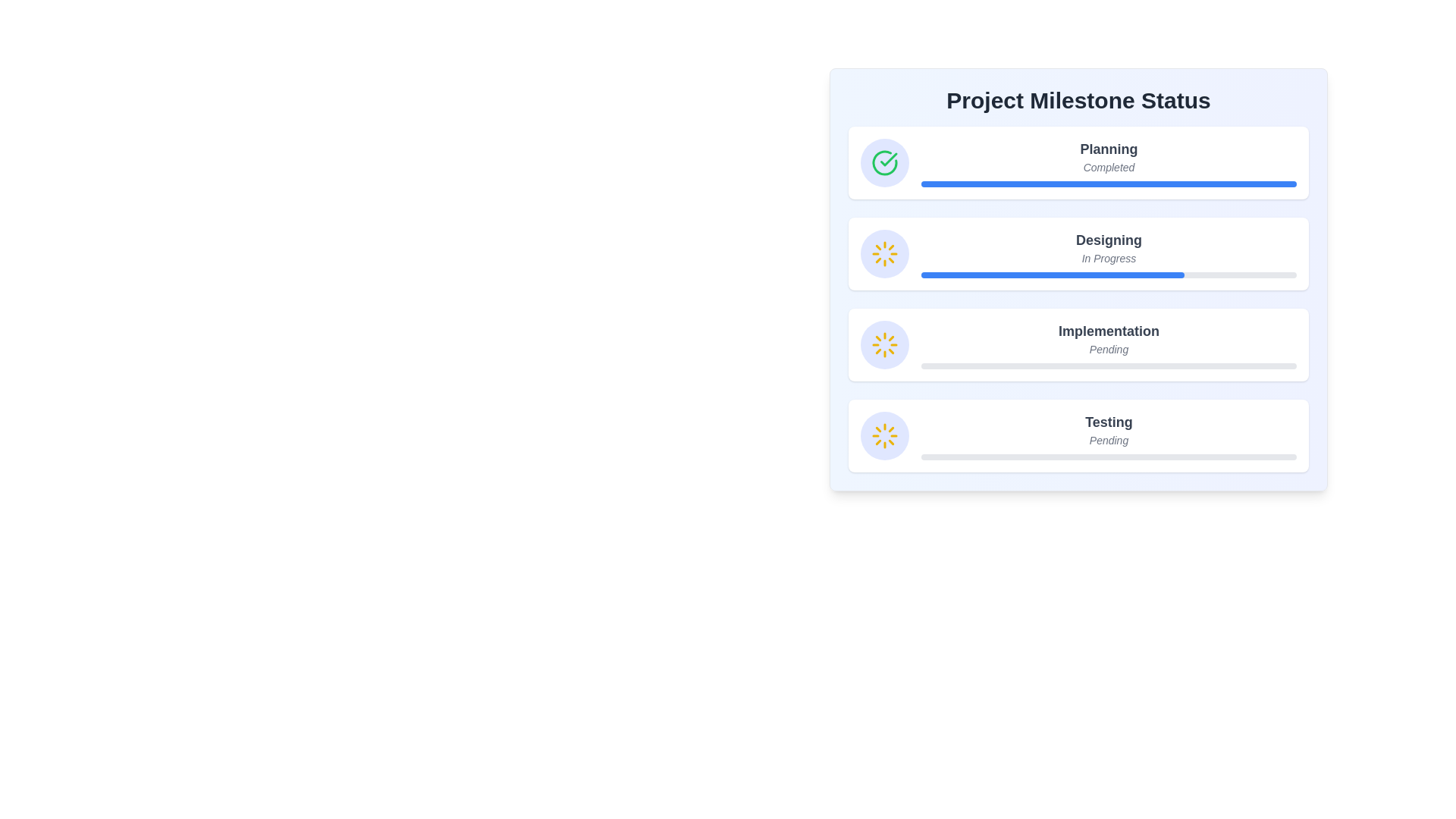 This screenshot has height=819, width=1456. Describe the element at coordinates (1109, 253) in the screenshot. I see `the Progress indicator that shows the current progress status of the 'Designing' project phase, which is the second item under the 'Project Milestone Status' header` at that location.